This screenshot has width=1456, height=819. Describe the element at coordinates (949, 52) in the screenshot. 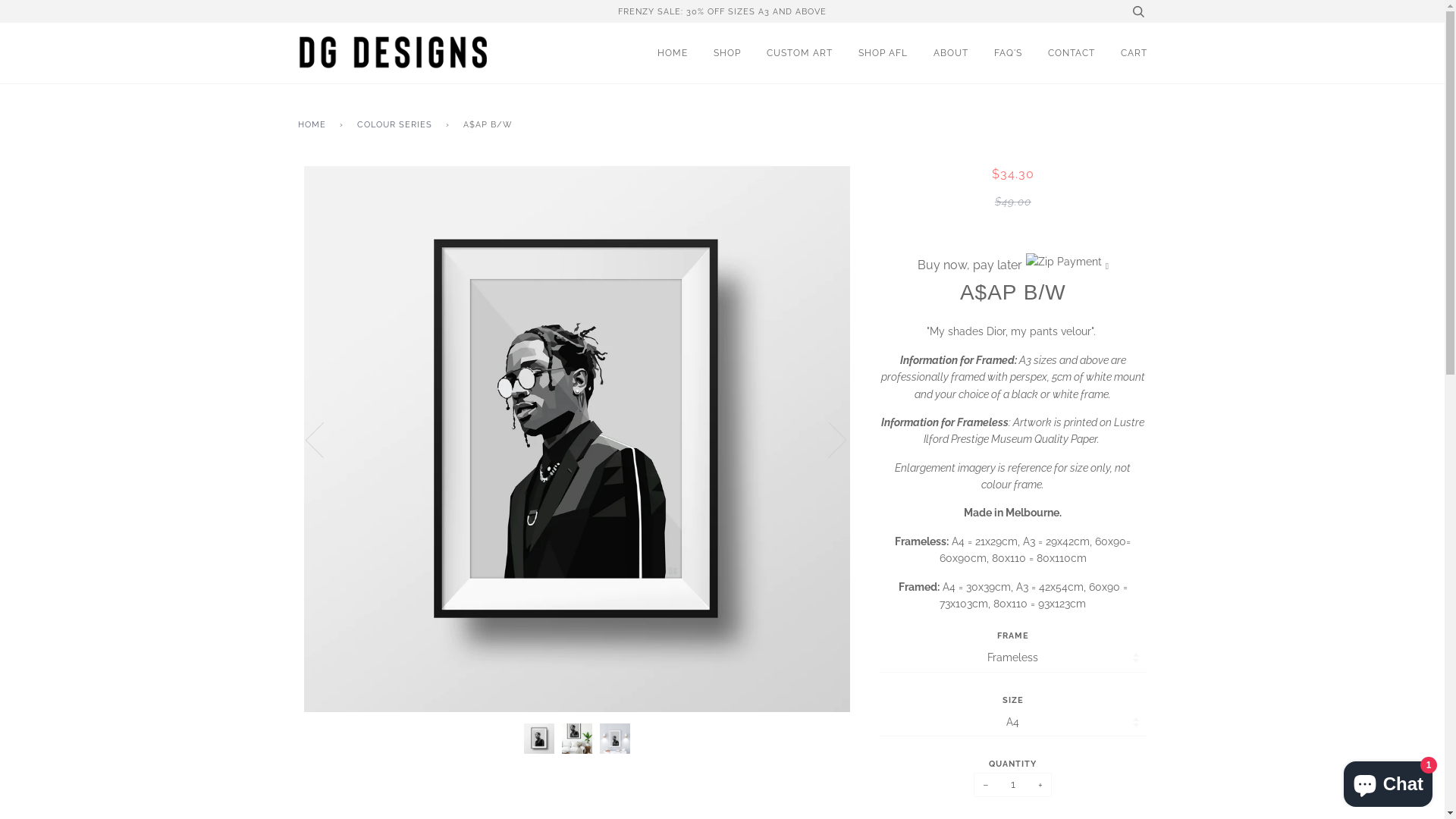

I see `'ABOUT'` at that location.